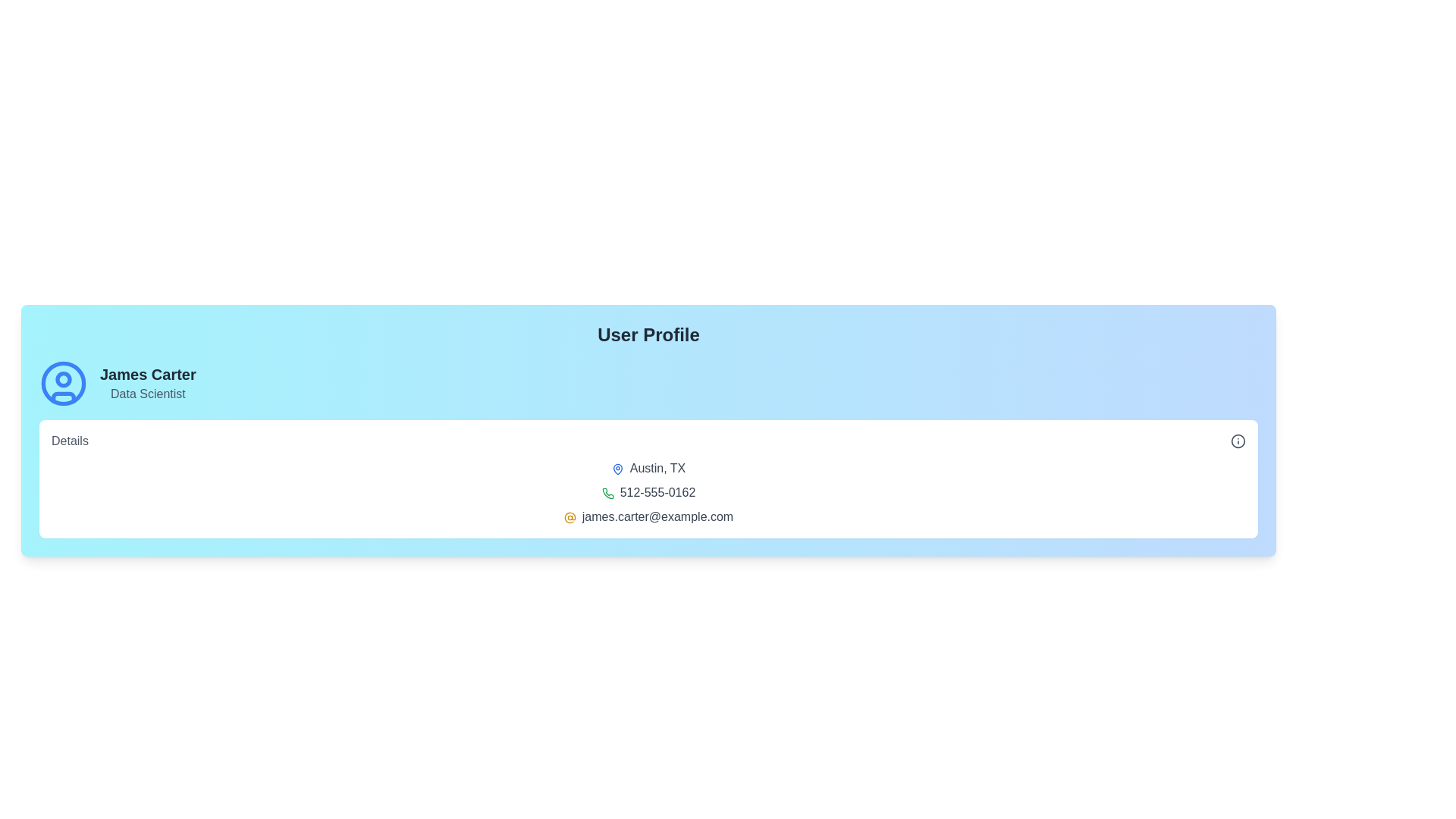 Image resolution: width=1456 pixels, height=819 pixels. I want to click on the small circle SVG element located within the user profile icon, which is positioned at the top-left corner of the interface above the text 'James Carter - Data Scientist', so click(62, 378).